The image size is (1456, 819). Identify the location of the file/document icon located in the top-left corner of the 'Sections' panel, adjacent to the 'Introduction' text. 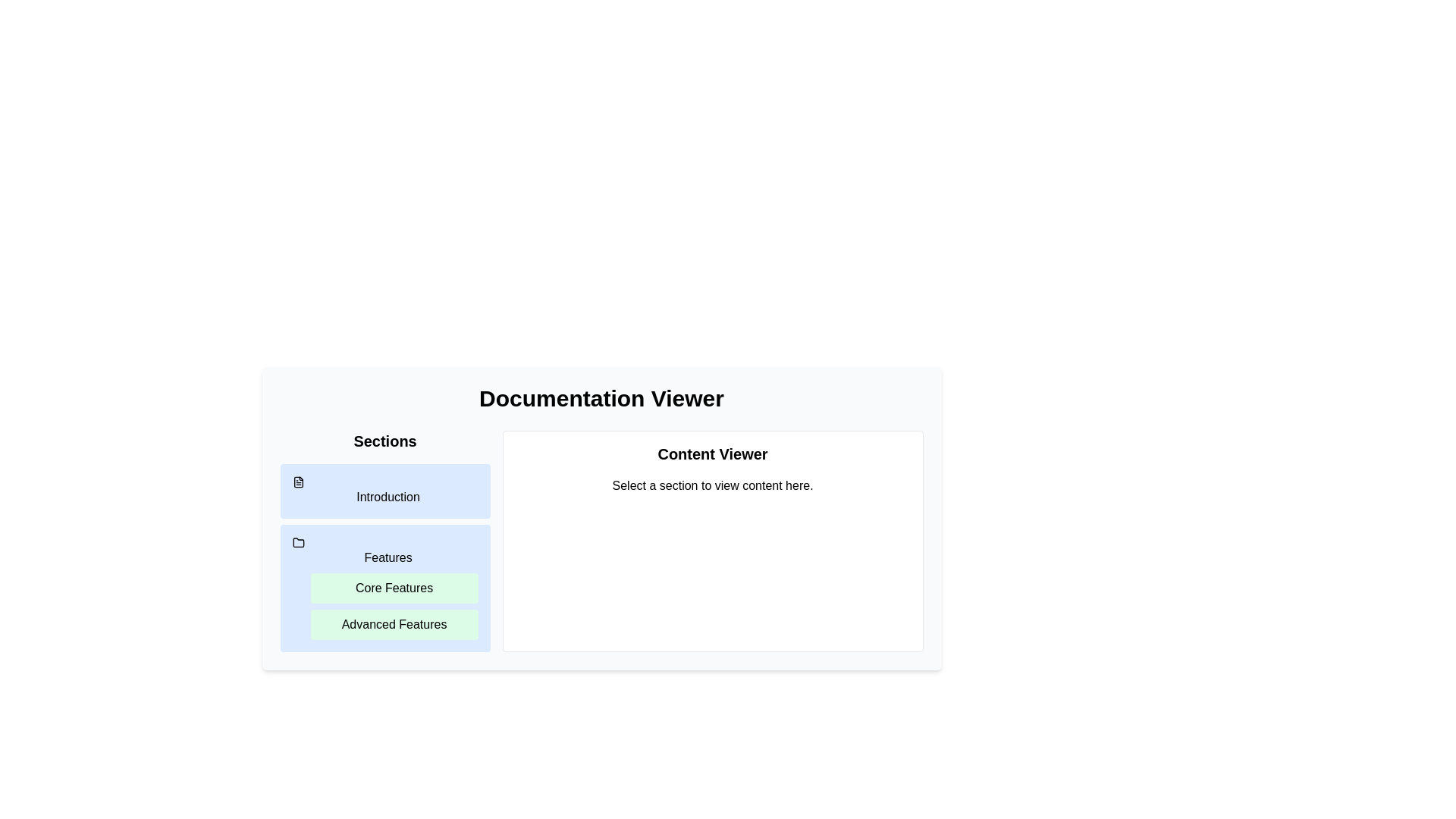
(298, 482).